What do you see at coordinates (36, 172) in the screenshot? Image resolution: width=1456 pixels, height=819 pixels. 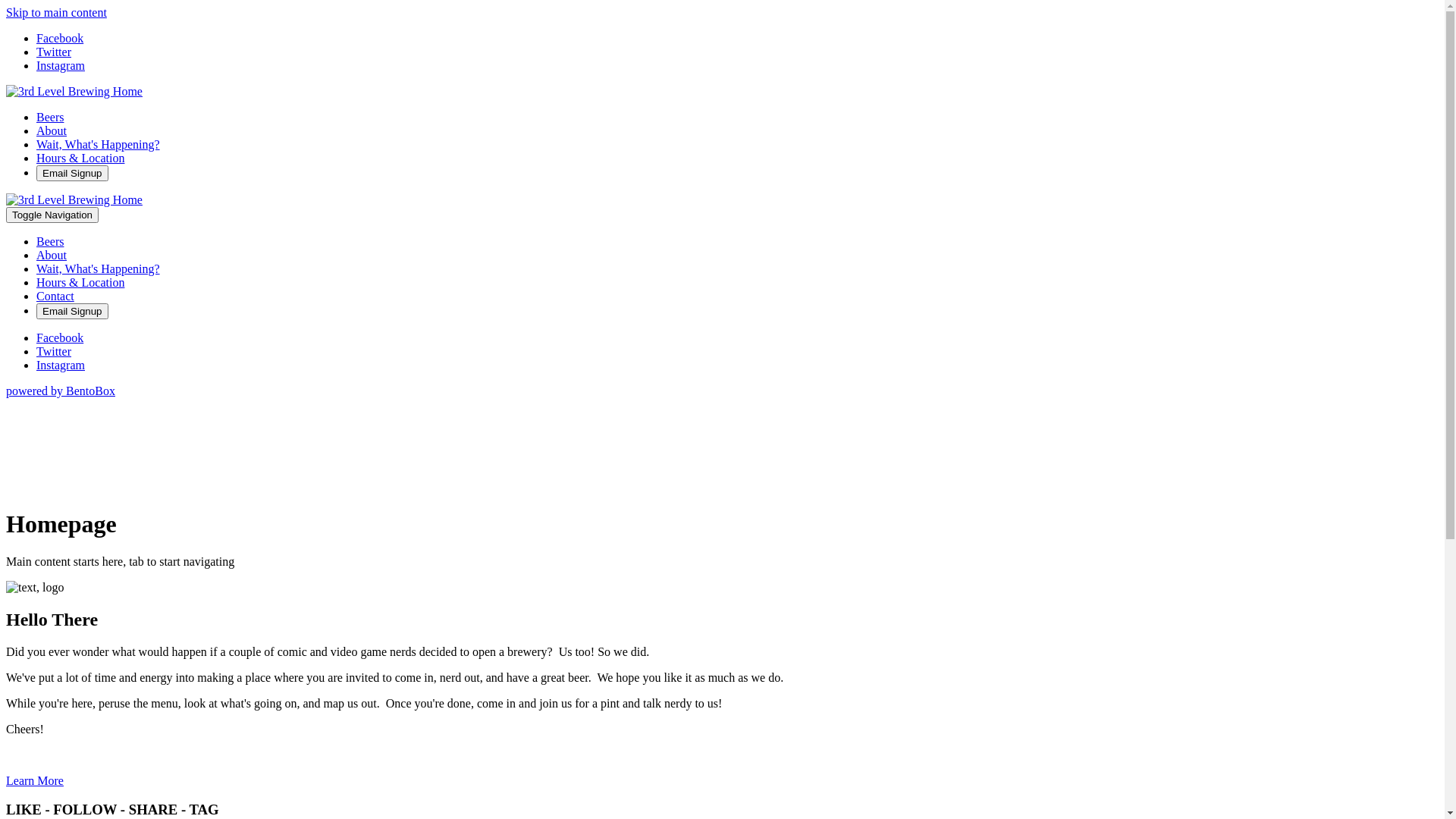 I see `'Email Signup'` at bounding box center [36, 172].